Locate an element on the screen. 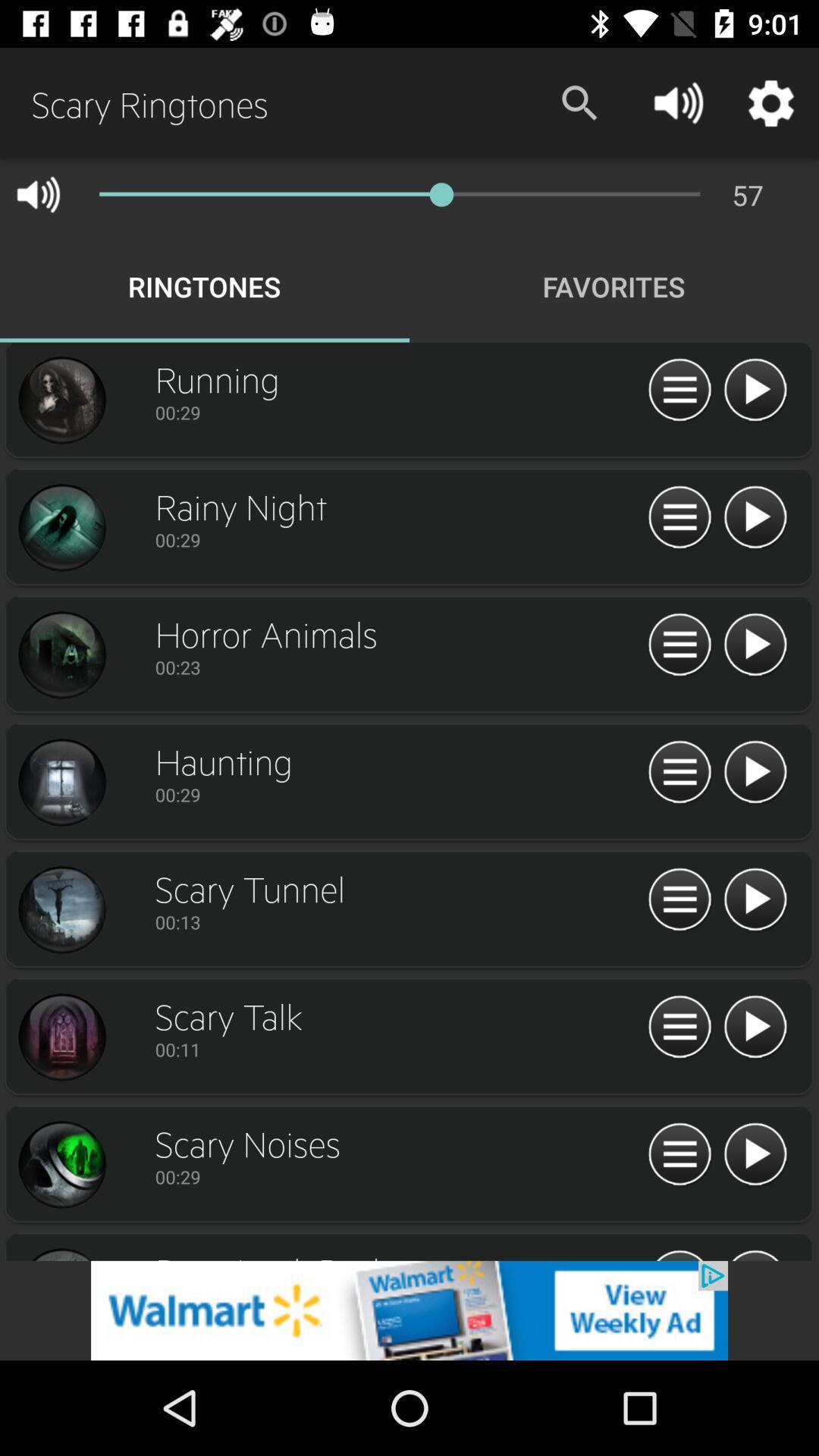 Image resolution: width=819 pixels, height=1456 pixels. menu option is located at coordinates (679, 900).